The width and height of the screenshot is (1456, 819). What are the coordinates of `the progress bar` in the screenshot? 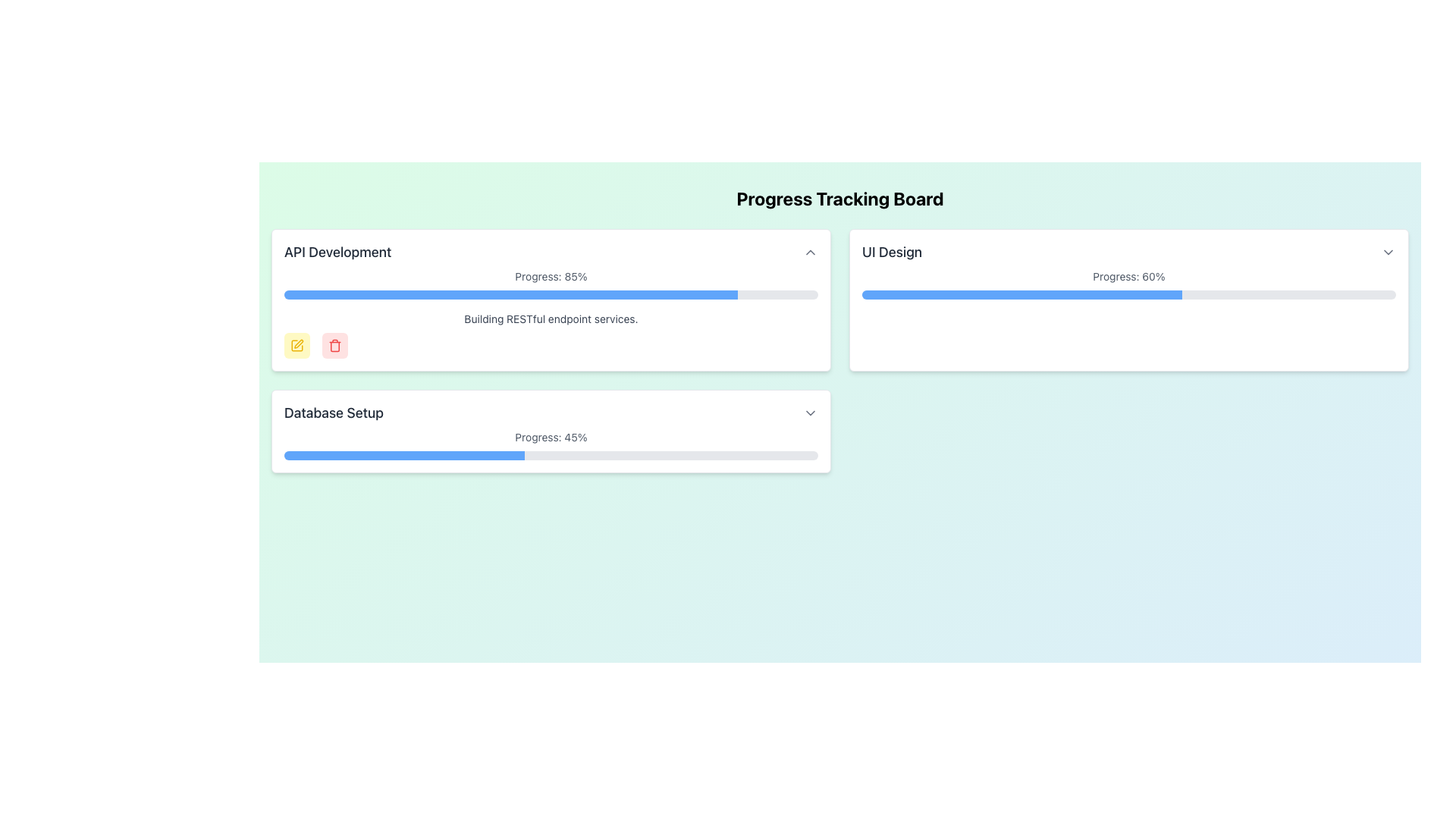 It's located at (453, 455).